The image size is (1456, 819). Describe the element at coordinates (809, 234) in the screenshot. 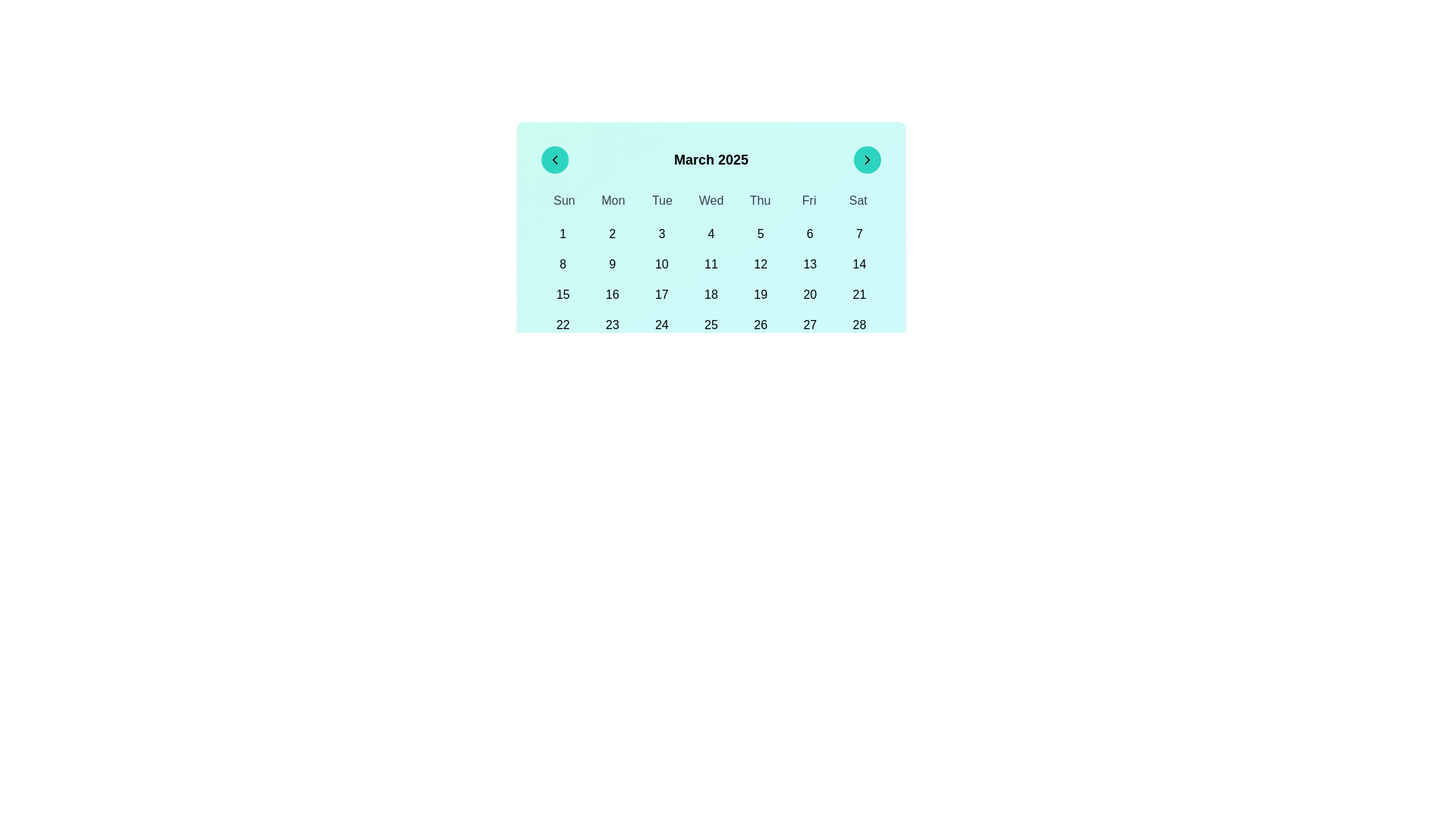

I see `the circular button displaying the number '6' in bold text, located at the top center of the calendar grid, which changes its background color to cyan on hover` at that location.